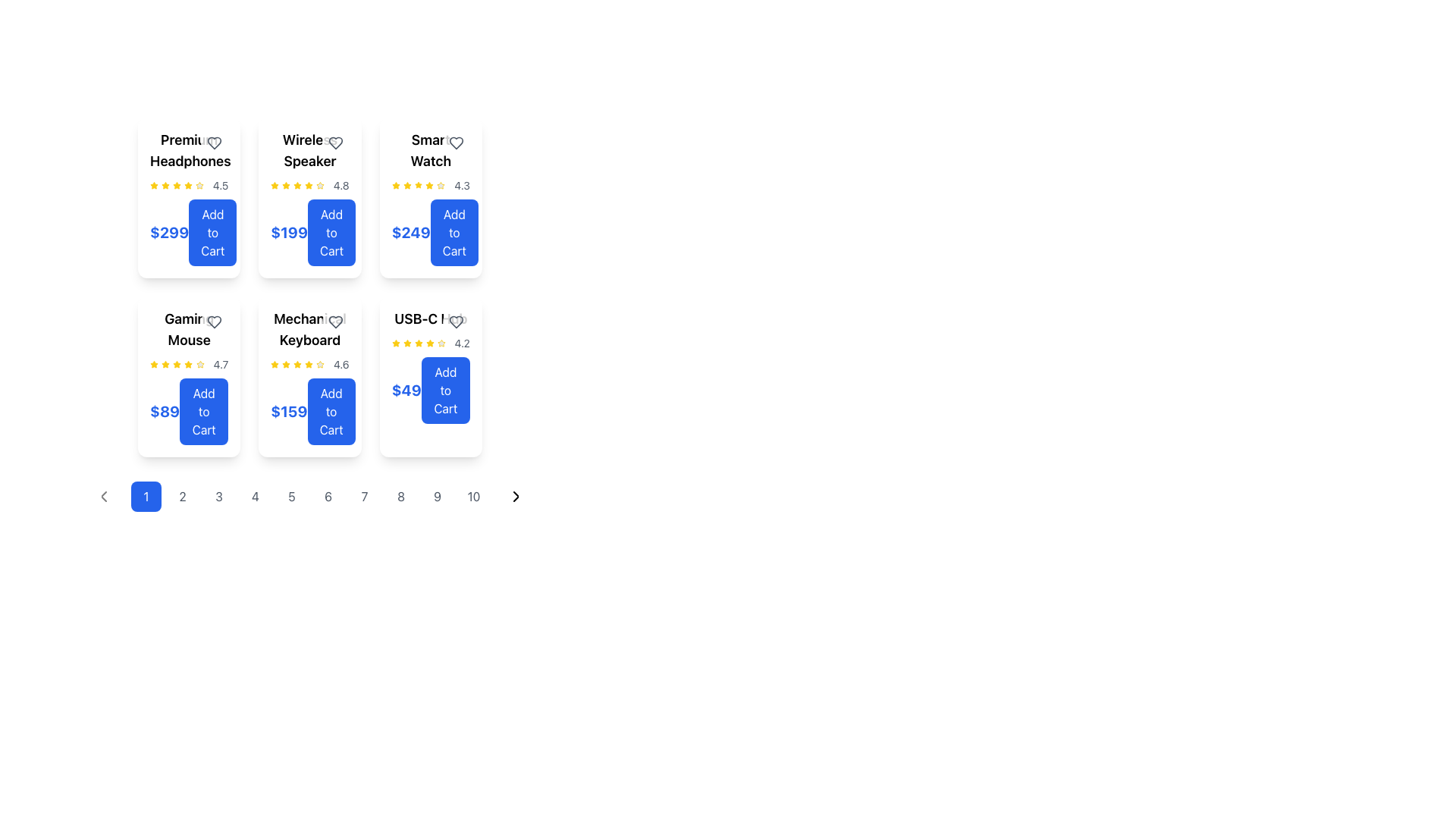 This screenshot has width=1456, height=819. What do you see at coordinates (309, 365) in the screenshot?
I see `the Rating display with stars and numeric text for the product card titled 'Mechanical Keyboard', located in the bottom row and second column of a 3x2 grid layout` at bounding box center [309, 365].